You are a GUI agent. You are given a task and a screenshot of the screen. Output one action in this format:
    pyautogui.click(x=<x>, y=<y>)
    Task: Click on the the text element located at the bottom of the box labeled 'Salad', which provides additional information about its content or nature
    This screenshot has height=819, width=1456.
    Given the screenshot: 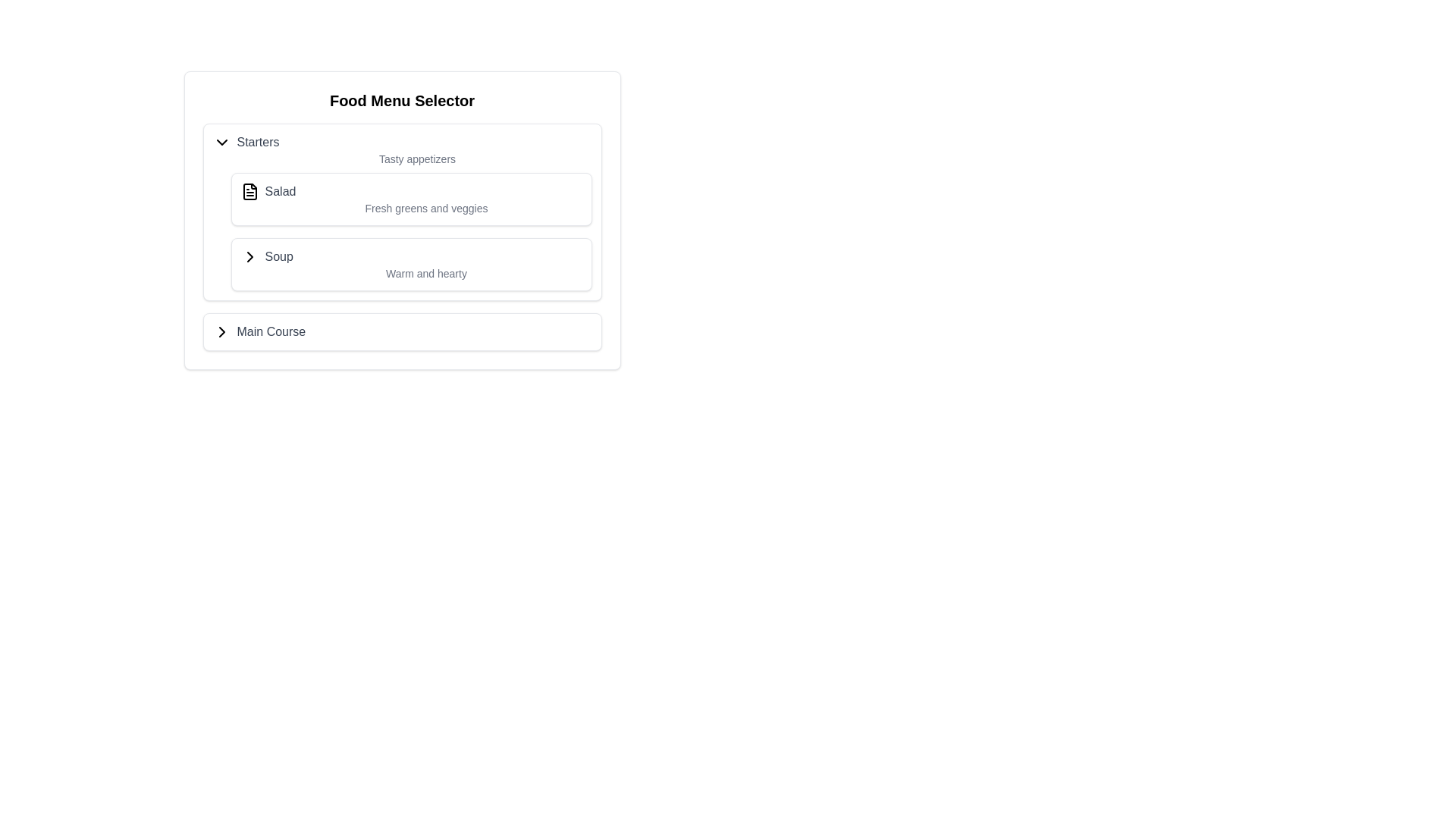 What is the action you would take?
    pyautogui.click(x=411, y=208)
    